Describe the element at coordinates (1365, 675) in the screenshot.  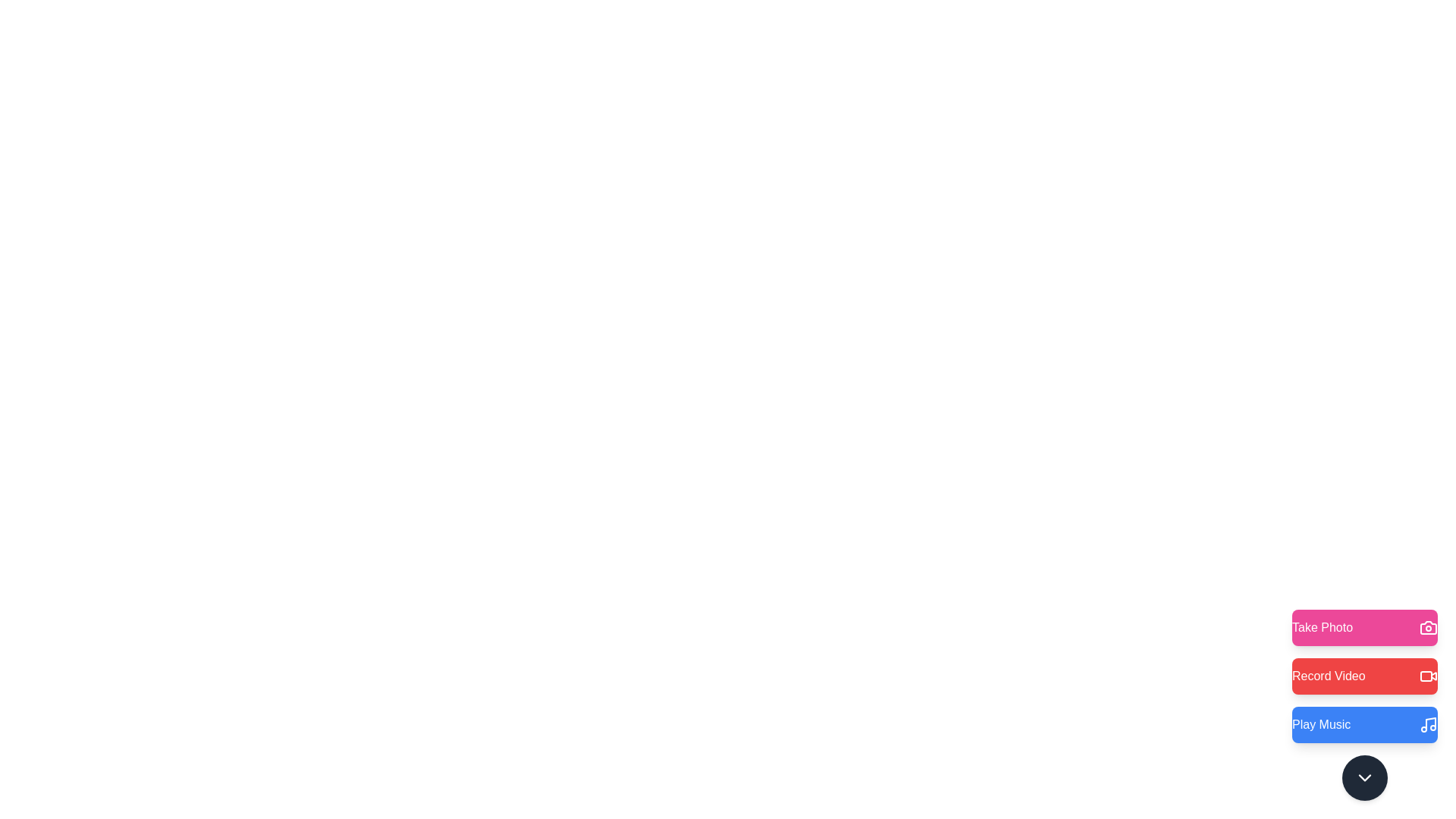
I see `the 'Record Video' button` at that location.